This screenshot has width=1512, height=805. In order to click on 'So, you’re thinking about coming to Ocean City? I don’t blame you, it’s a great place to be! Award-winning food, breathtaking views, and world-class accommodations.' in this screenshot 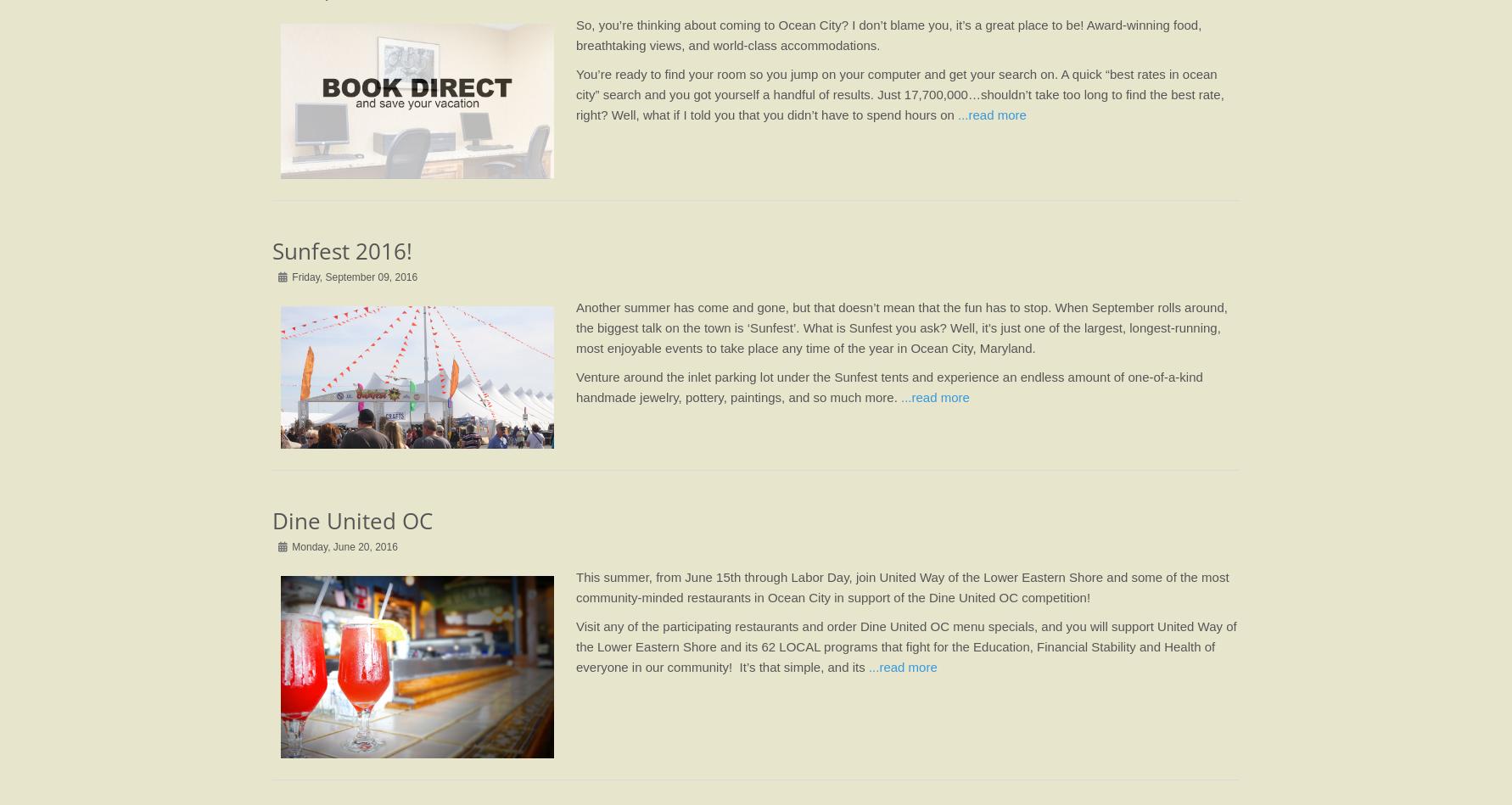, I will do `click(888, 34)`.